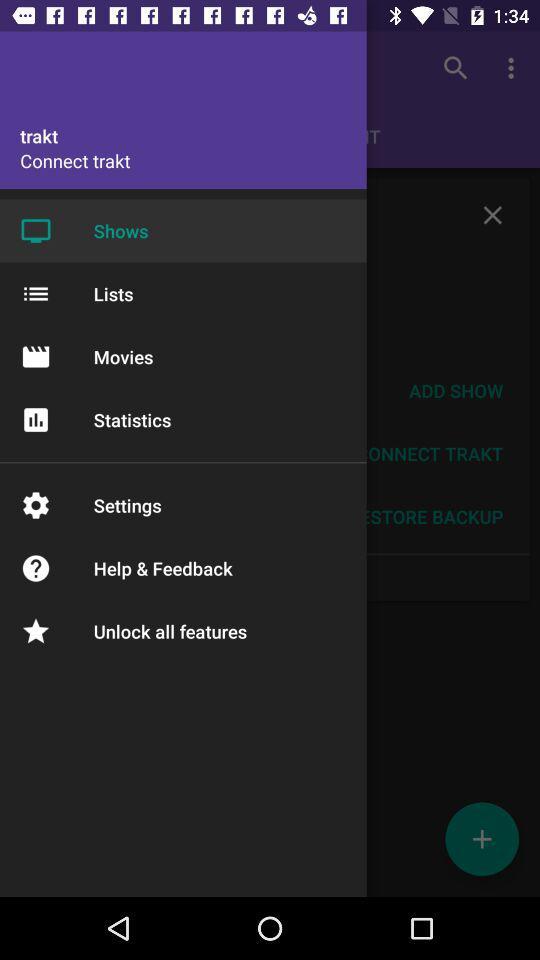 The height and width of the screenshot is (960, 540). What do you see at coordinates (481, 839) in the screenshot?
I see `the add icon` at bounding box center [481, 839].